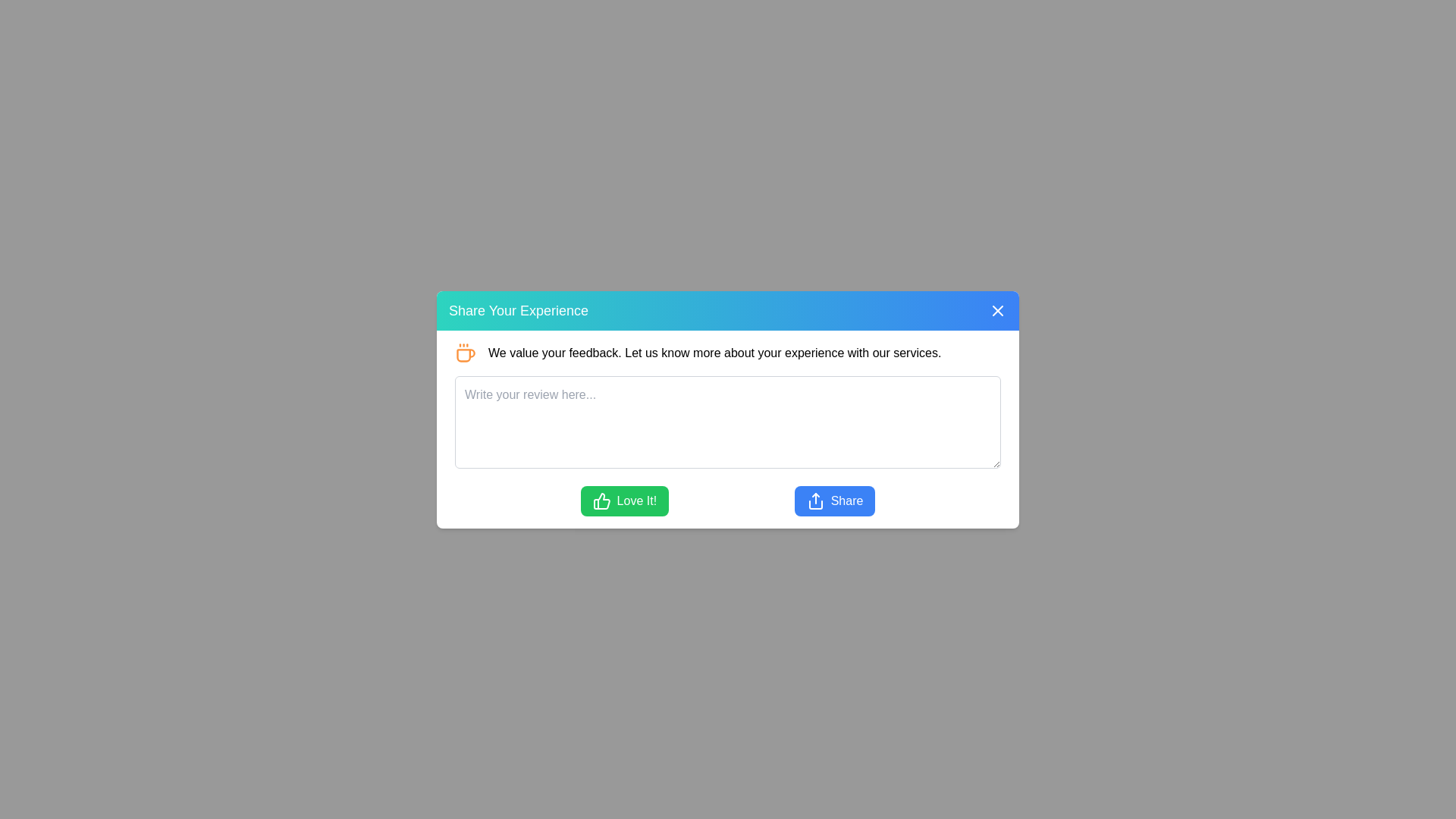 This screenshot has width=1456, height=819. What do you see at coordinates (728, 353) in the screenshot?
I see `the Descriptive Text with Icon that features an orange cup icon and the text 'We value your feedback. Let us know more about your experience with our services.'` at bounding box center [728, 353].